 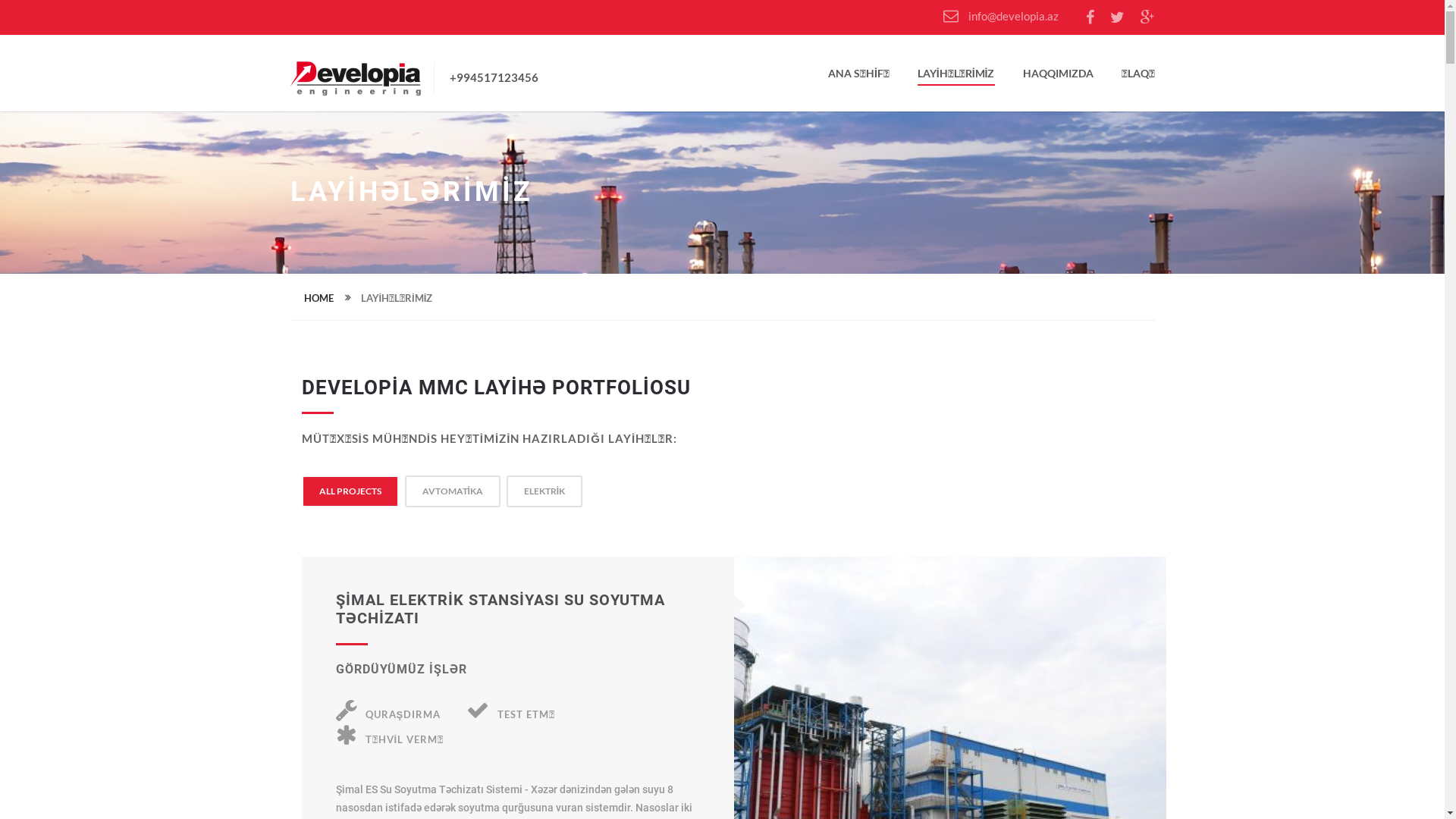 What do you see at coordinates (1117, 17) in the screenshot?
I see `'Twitter'` at bounding box center [1117, 17].